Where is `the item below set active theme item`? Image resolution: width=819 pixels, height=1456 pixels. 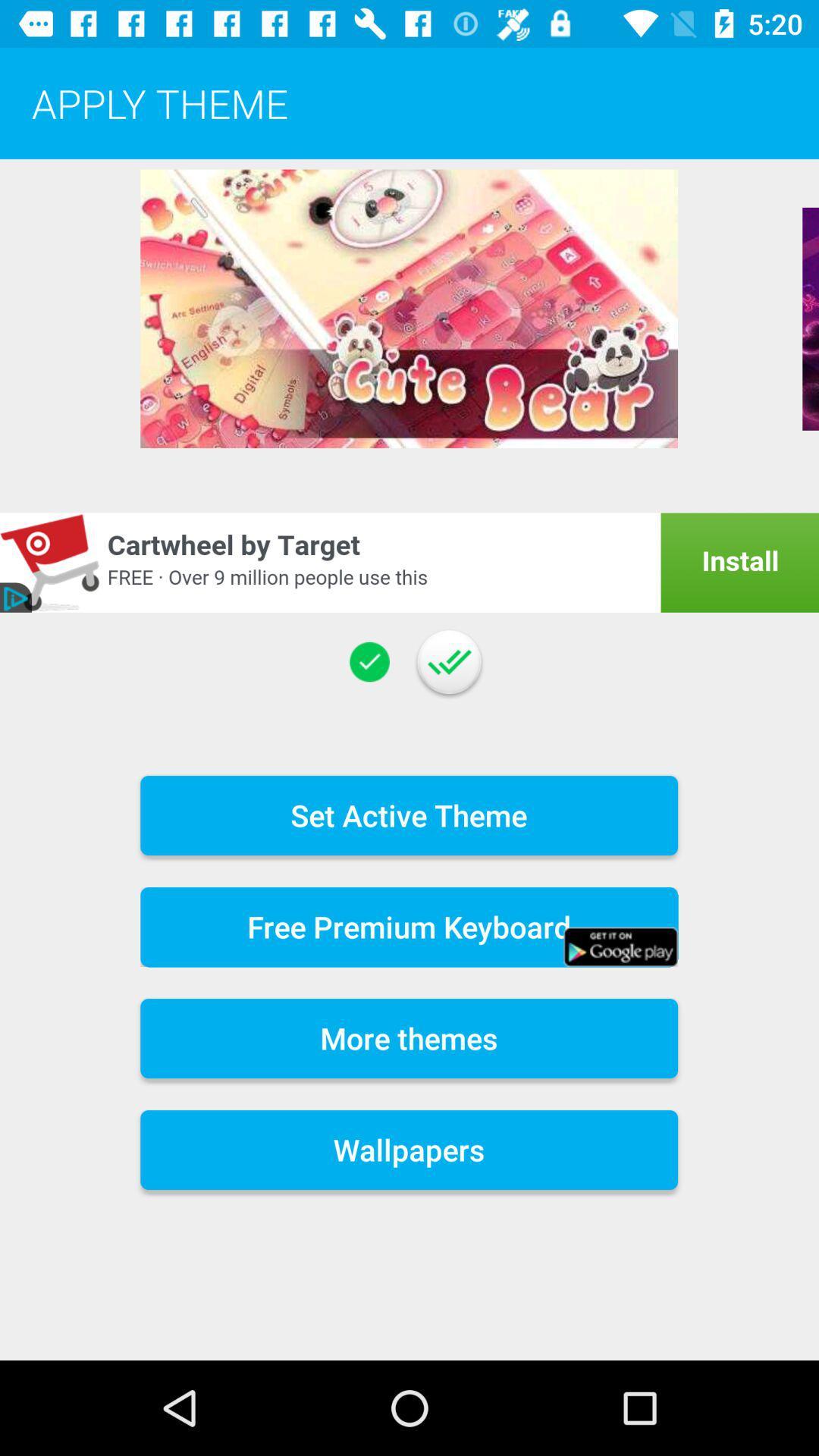 the item below set active theme item is located at coordinates (408, 926).